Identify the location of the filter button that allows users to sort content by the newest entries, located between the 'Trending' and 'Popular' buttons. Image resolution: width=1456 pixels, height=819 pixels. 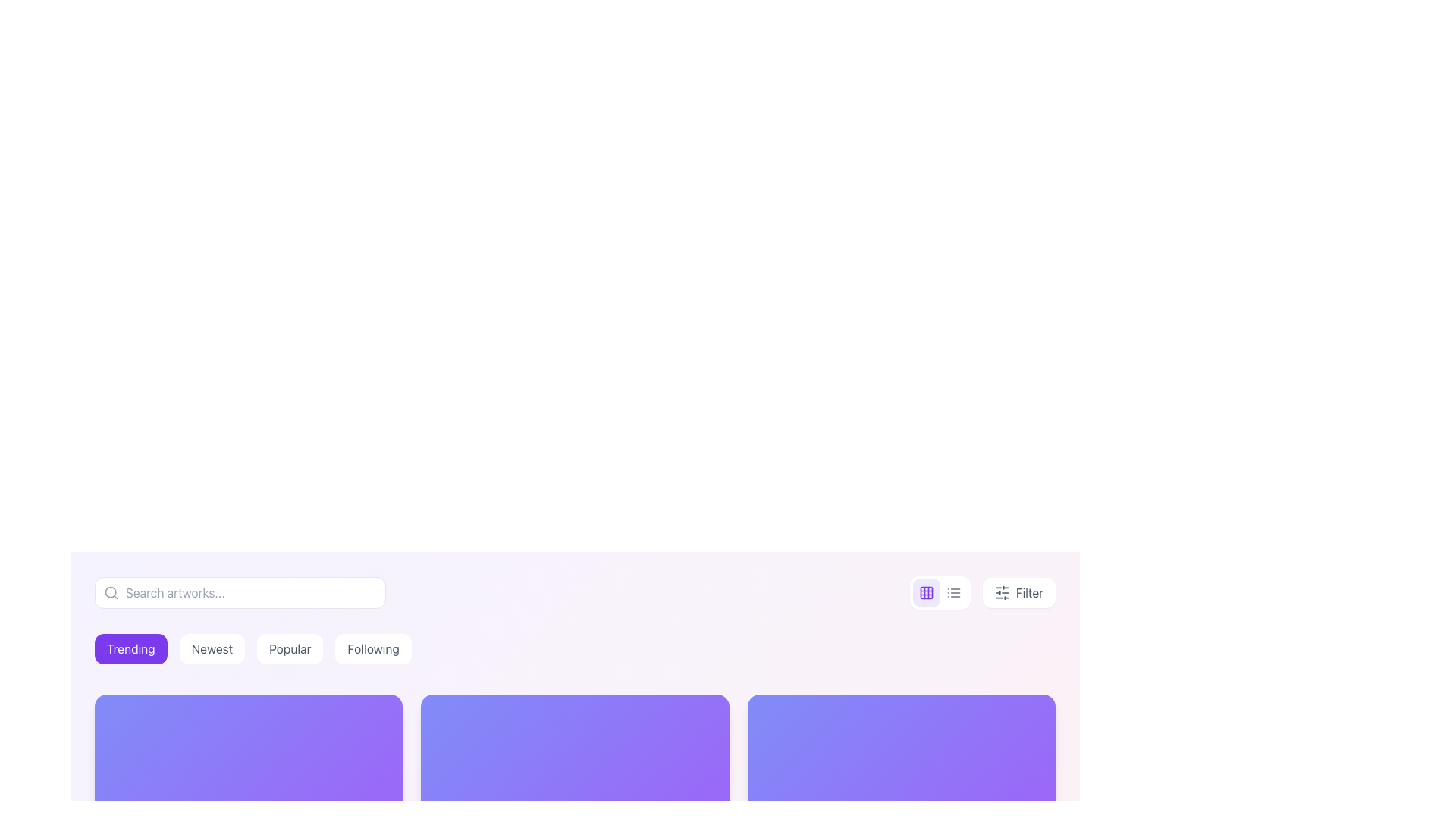
(211, 648).